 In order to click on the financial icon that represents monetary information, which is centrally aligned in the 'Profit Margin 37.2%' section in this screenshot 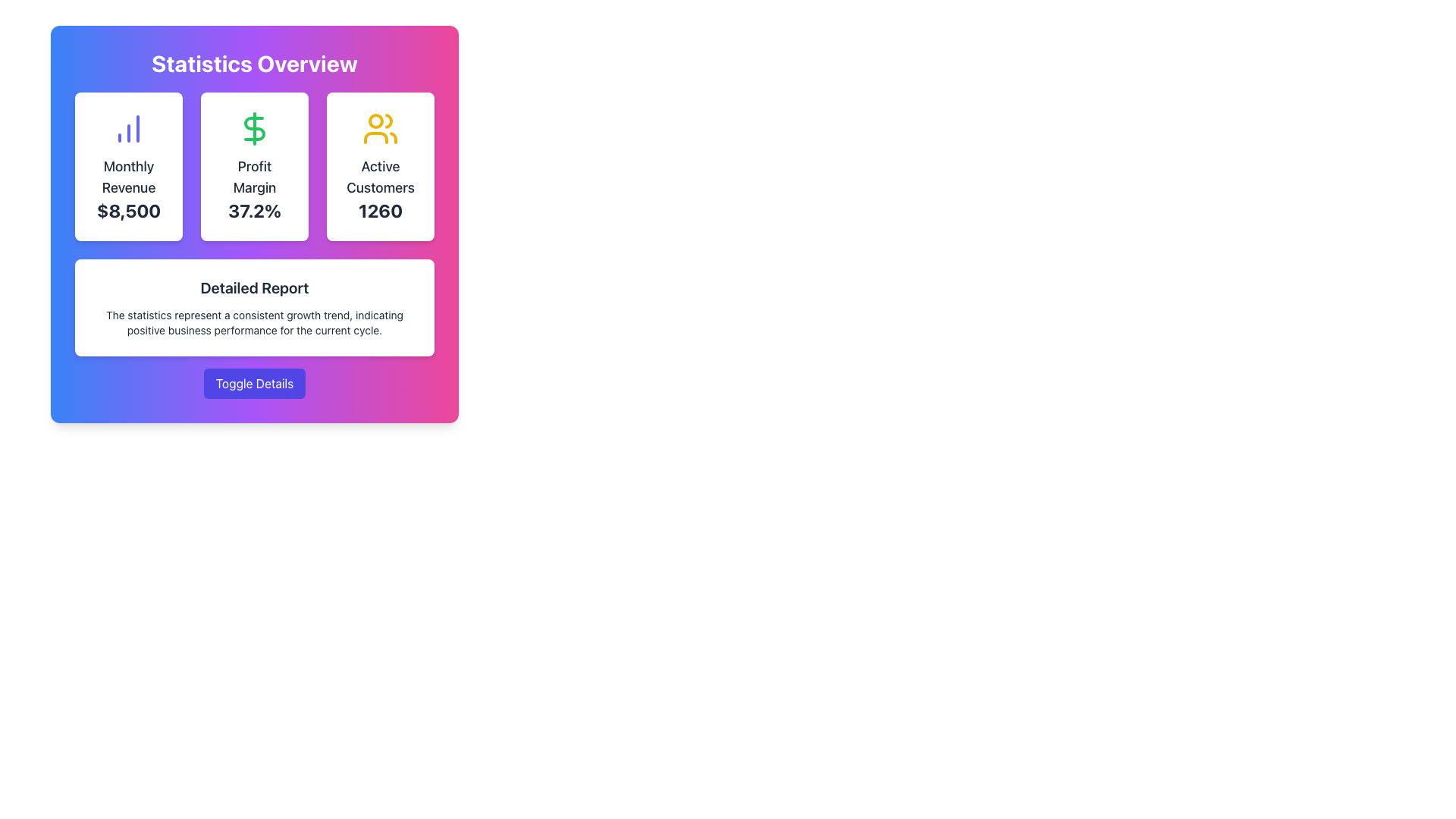, I will do `click(255, 127)`.